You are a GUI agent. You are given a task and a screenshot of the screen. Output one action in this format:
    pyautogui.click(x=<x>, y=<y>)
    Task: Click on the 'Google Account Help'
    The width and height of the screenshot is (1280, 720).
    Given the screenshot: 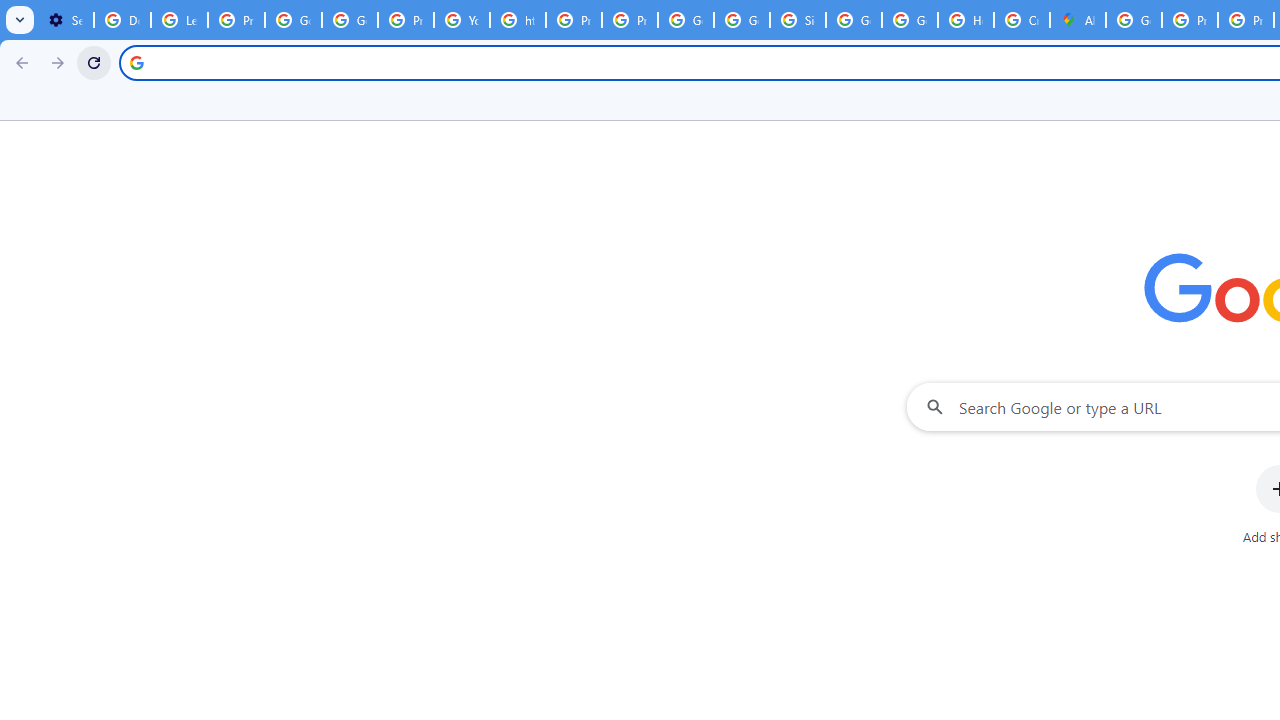 What is the action you would take?
    pyautogui.click(x=292, y=20)
    